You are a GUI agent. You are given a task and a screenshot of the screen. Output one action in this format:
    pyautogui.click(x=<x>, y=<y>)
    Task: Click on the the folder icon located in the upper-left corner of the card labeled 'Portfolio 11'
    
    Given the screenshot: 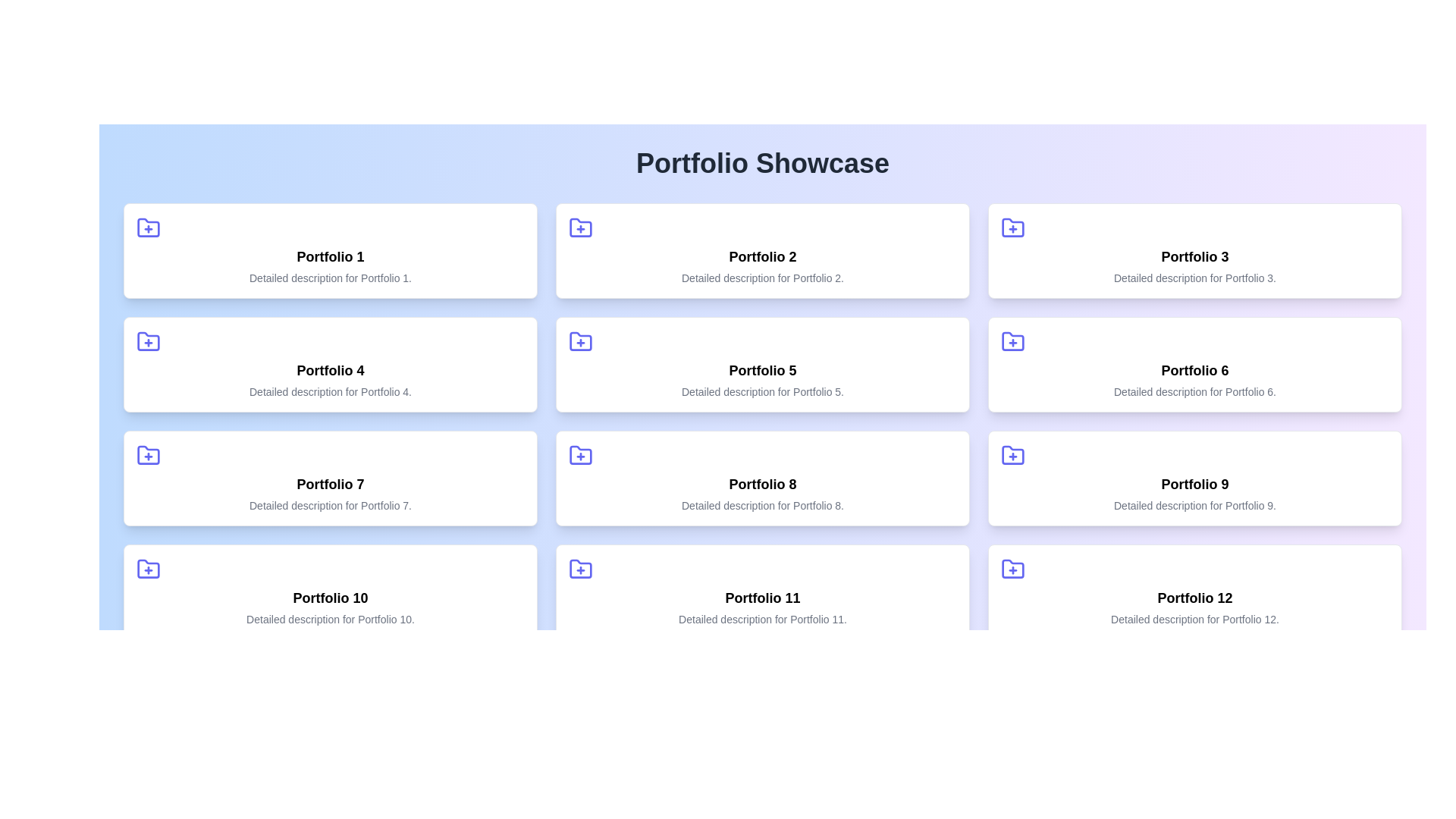 What is the action you would take?
    pyautogui.click(x=580, y=570)
    